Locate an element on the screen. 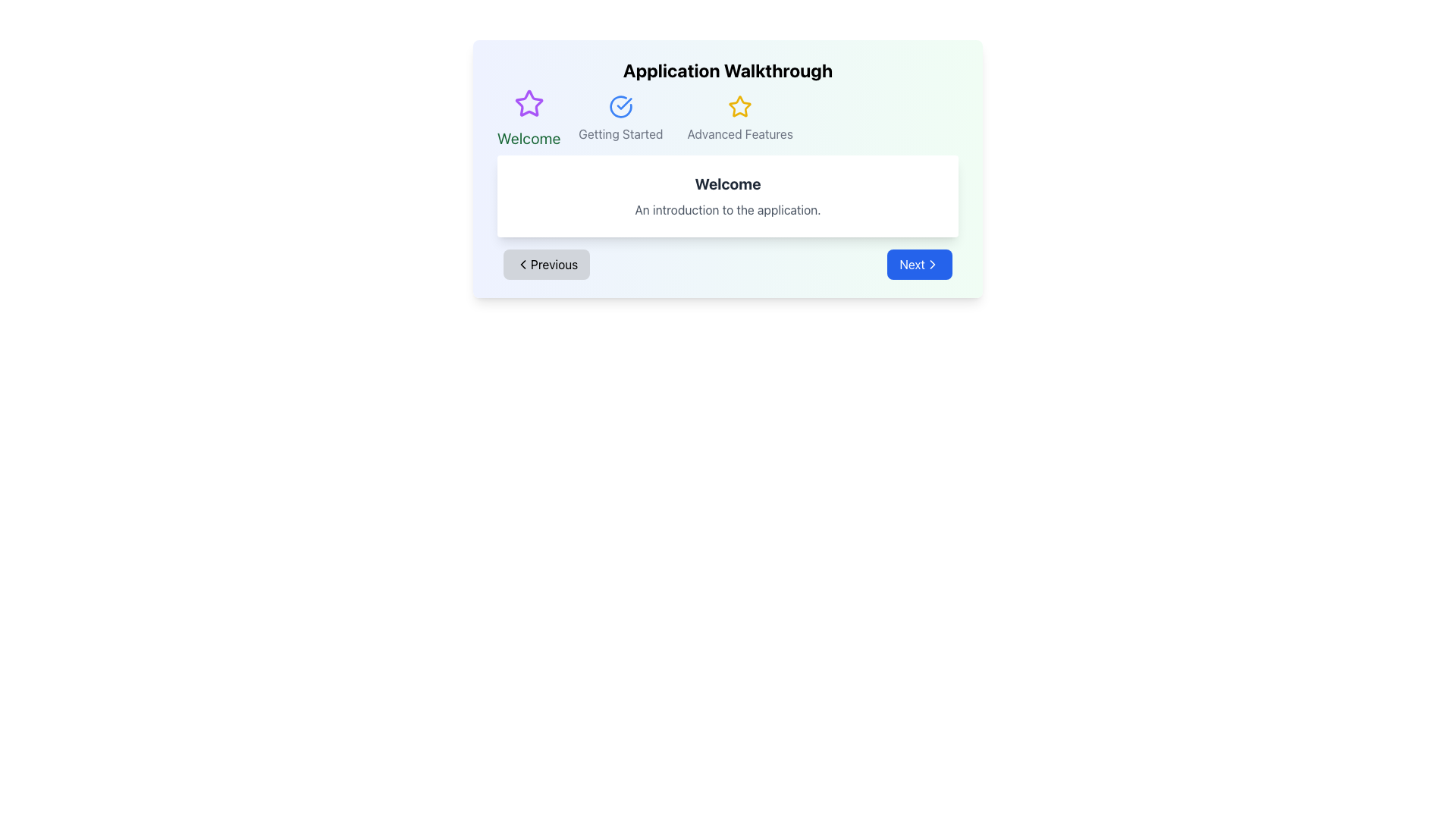  the completion state represented by the blue circular icon with a checkmark symbol, which is the leftmost icon under the 'Application Walkthrough' header is located at coordinates (620, 106).